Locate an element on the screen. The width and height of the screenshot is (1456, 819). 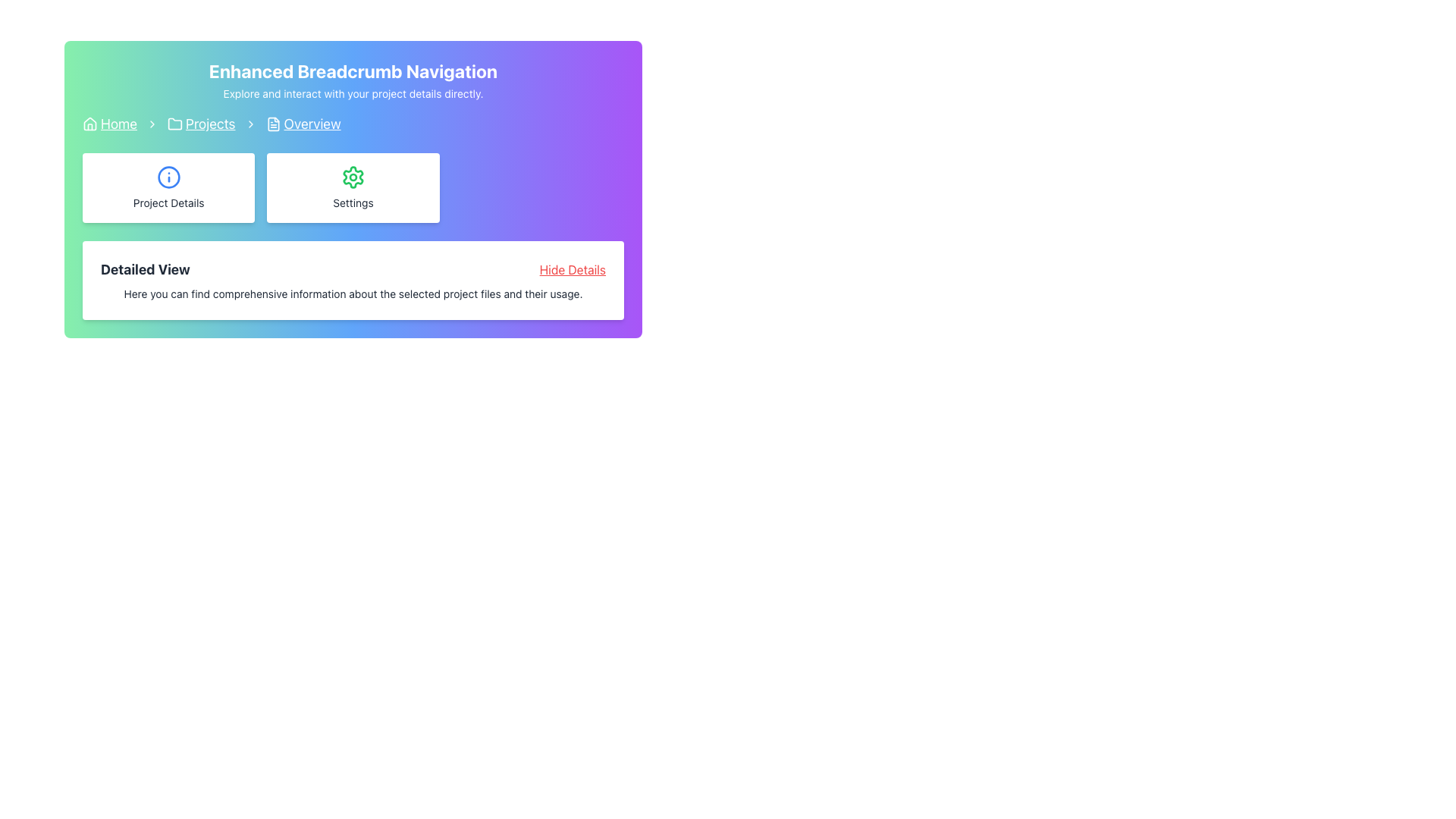
supplementary descriptive text located directly below the heading 'Enhanced Breadcrumb Navigation' is located at coordinates (352, 93).